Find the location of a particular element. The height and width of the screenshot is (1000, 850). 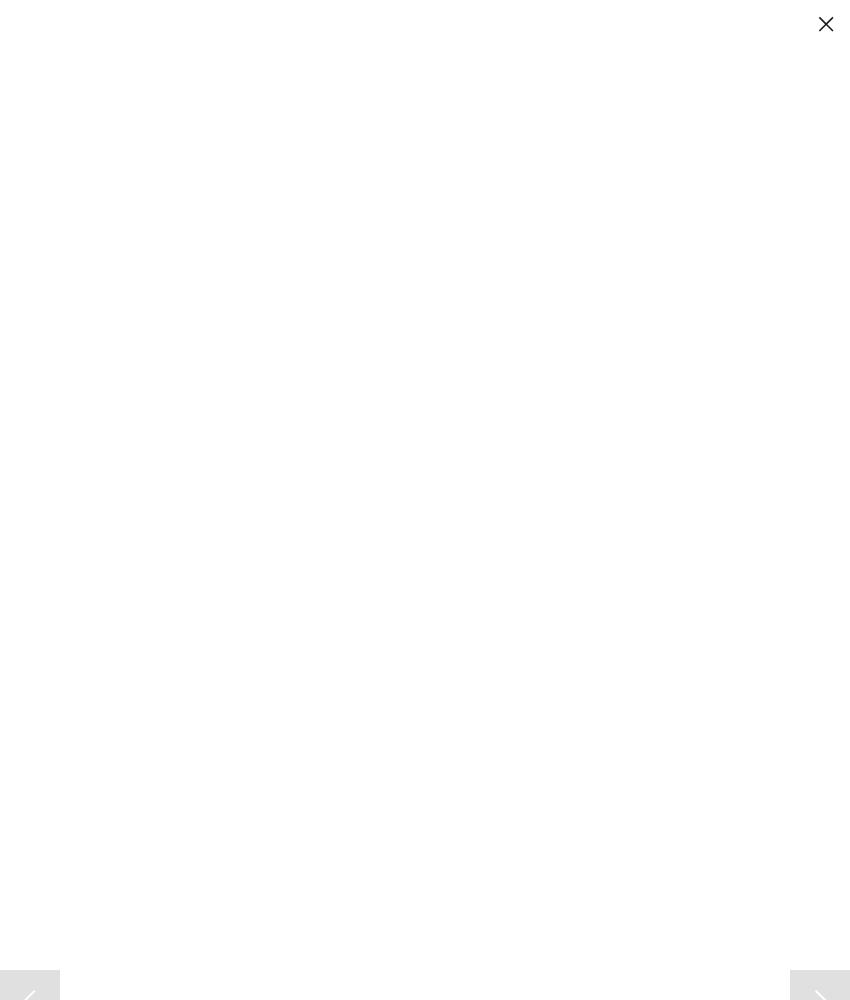

'Don Lansu for the Northwest Herald:Crystal Lake So. Sr. Katy Hoenle makes
the defensive play at the net, during action against Lake Zurich. The match
took place at Huntley H.S. and was a super sectional 4a game.' is located at coordinates (642, 675).